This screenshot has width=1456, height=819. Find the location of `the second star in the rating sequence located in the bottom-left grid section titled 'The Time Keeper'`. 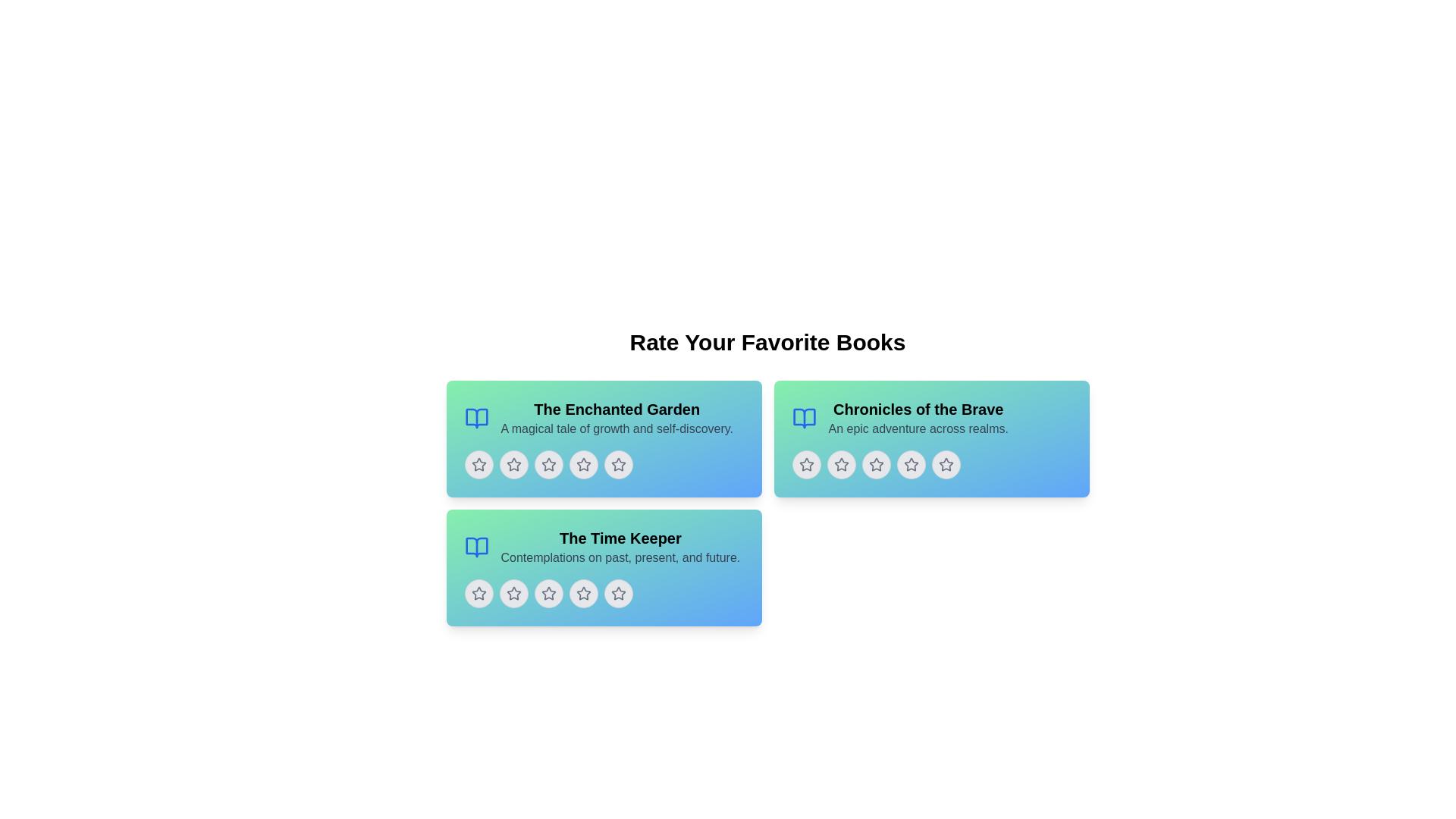

the second star in the rating sequence located in the bottom-left grid section titled 'The Time Keeper' is located at coordinates (548, 592).